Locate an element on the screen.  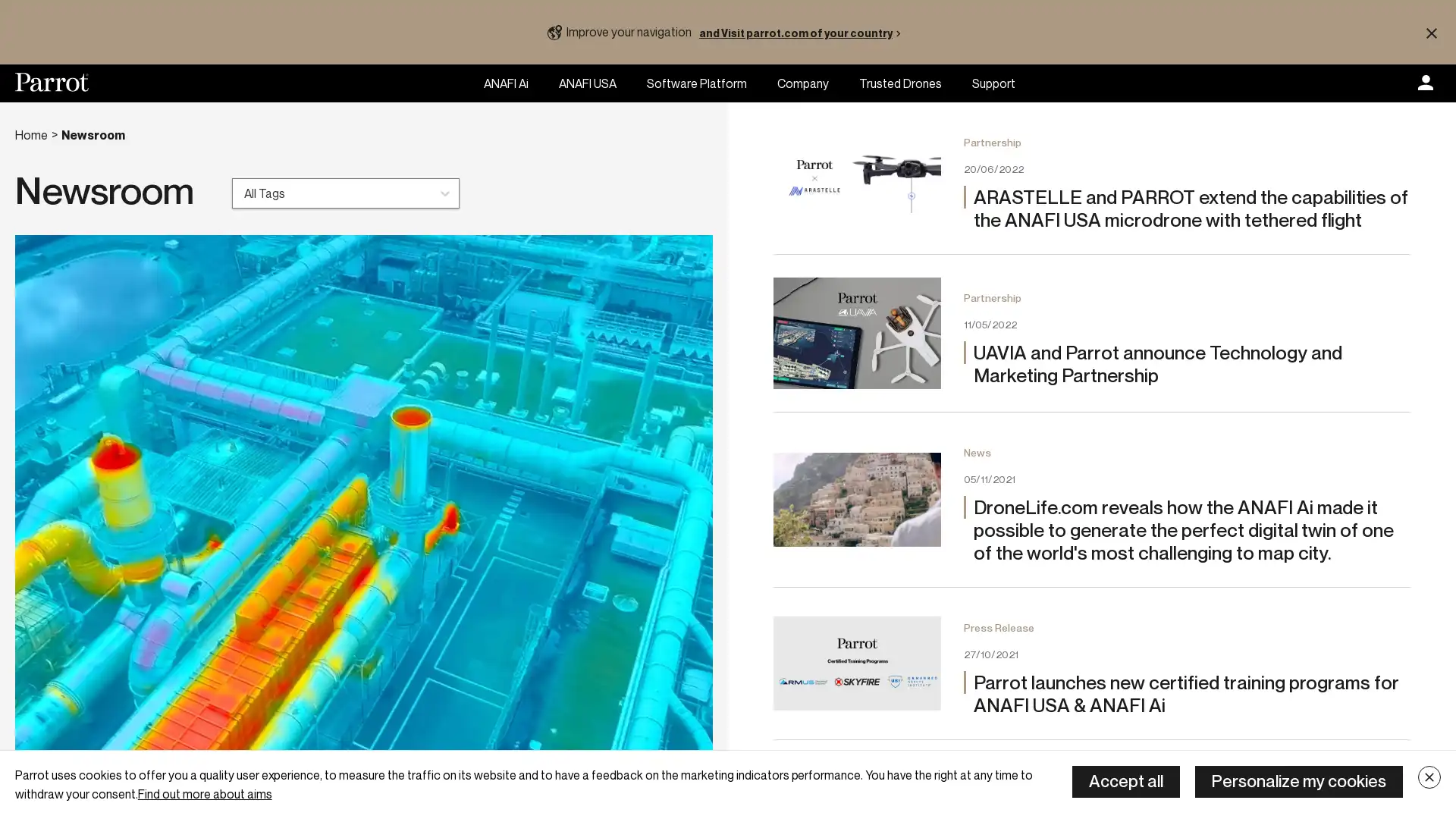
close is located at coordinates (1429, 777).